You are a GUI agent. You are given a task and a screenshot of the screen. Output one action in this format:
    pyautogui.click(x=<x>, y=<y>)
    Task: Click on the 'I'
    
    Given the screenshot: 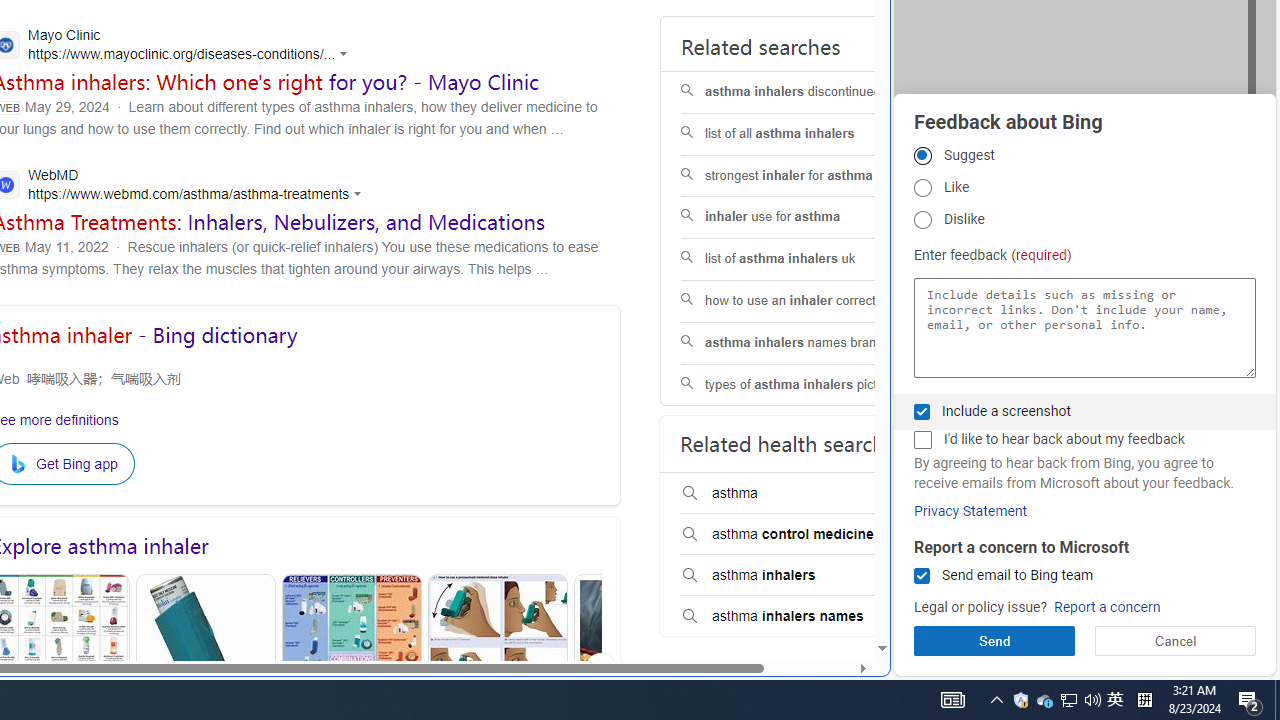 What is the action you would take?
    pyautogui.click(x=921, y=439)
    